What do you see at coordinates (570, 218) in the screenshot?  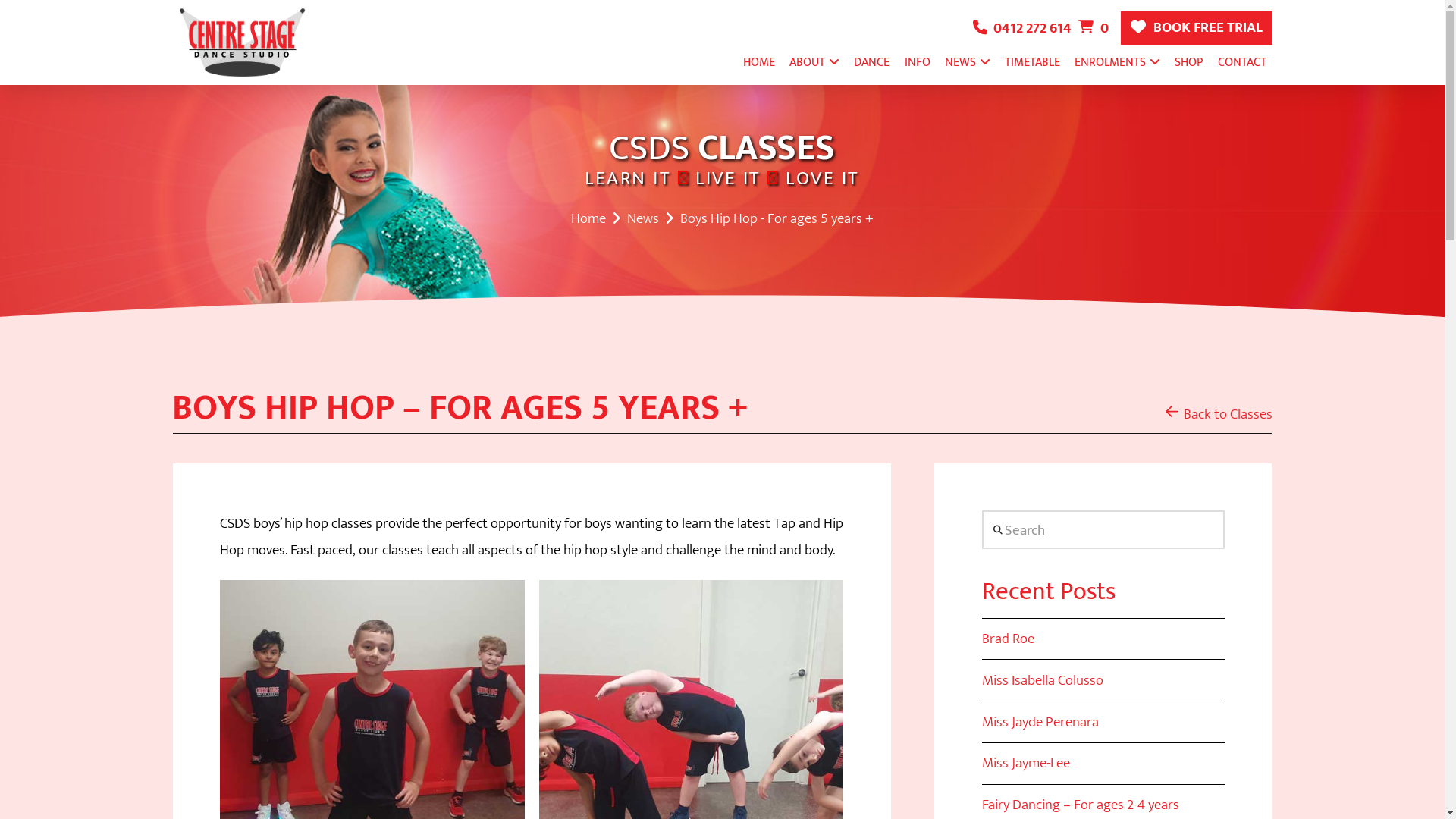 I see `'Home'` at bounding box center [570, 218].